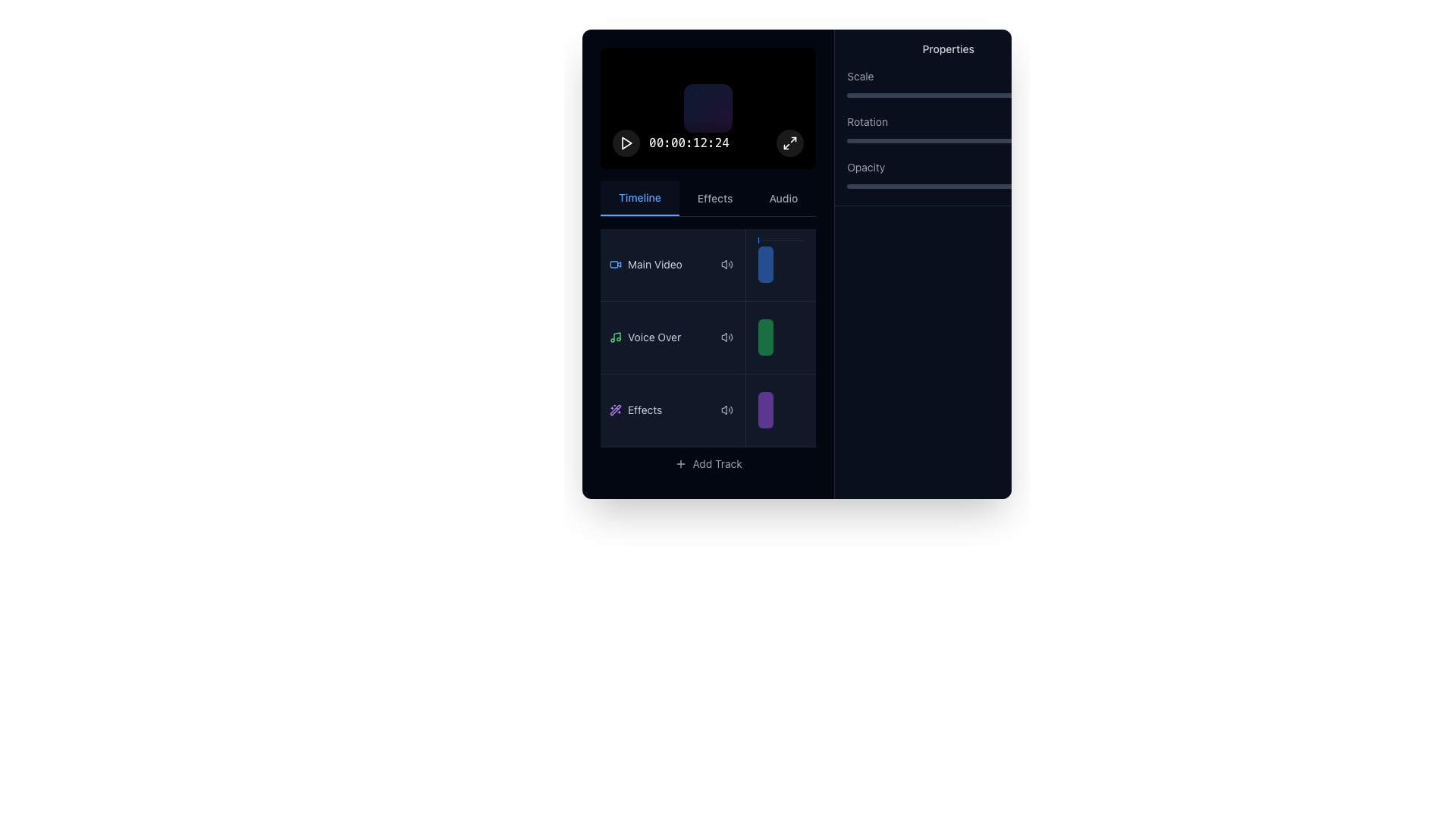 This screenshot has height=819, width=1456. I want to click on the scale slider, so click(995, 96).